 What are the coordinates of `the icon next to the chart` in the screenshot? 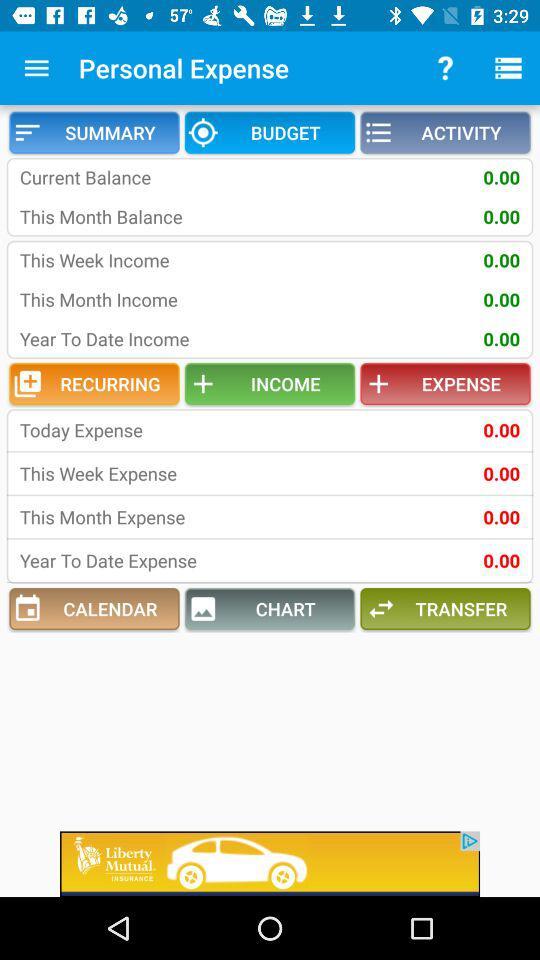 It's located at (93, 608).